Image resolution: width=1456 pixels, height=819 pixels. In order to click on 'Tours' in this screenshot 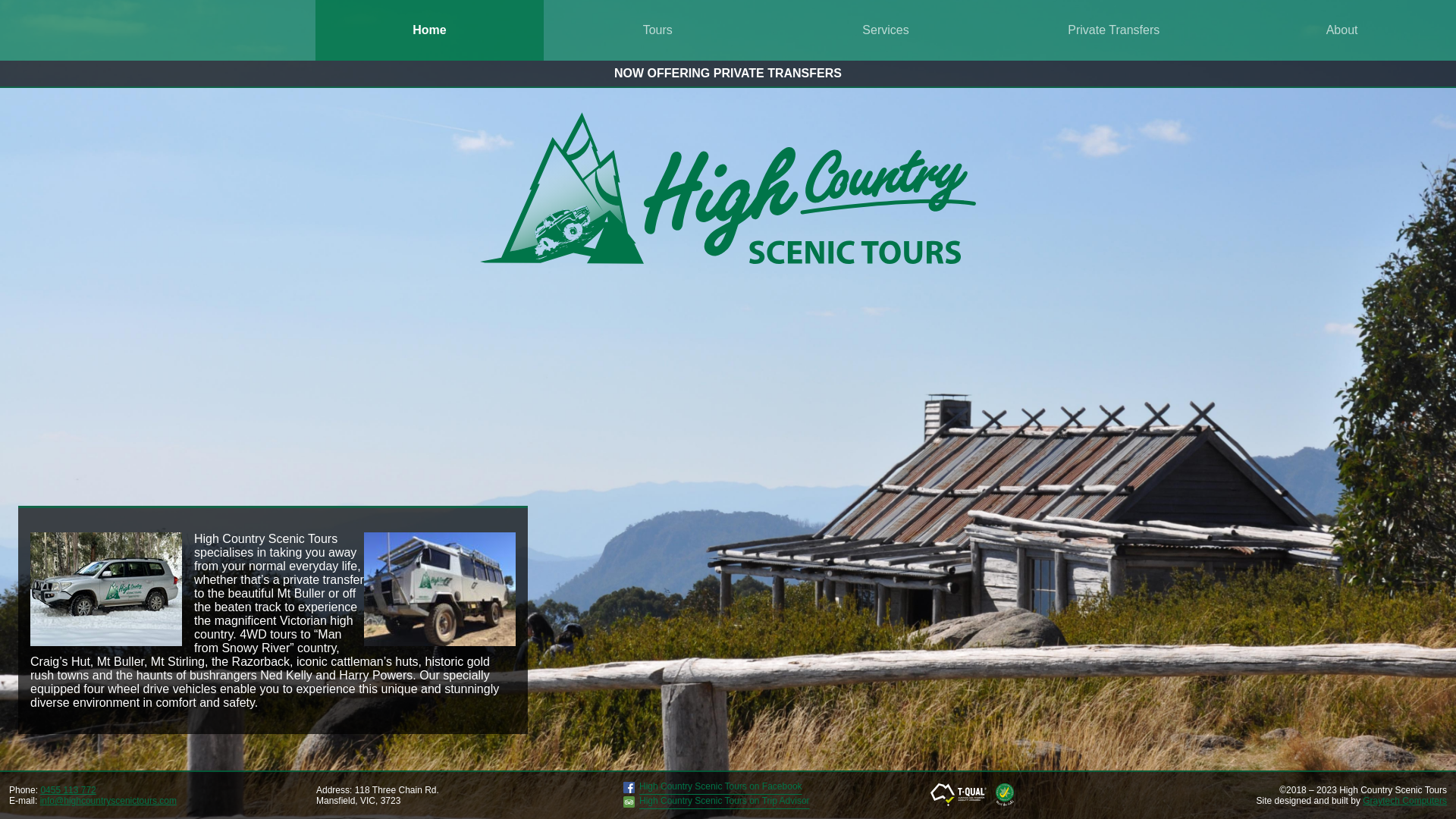, I will do `click(543, 30)`.